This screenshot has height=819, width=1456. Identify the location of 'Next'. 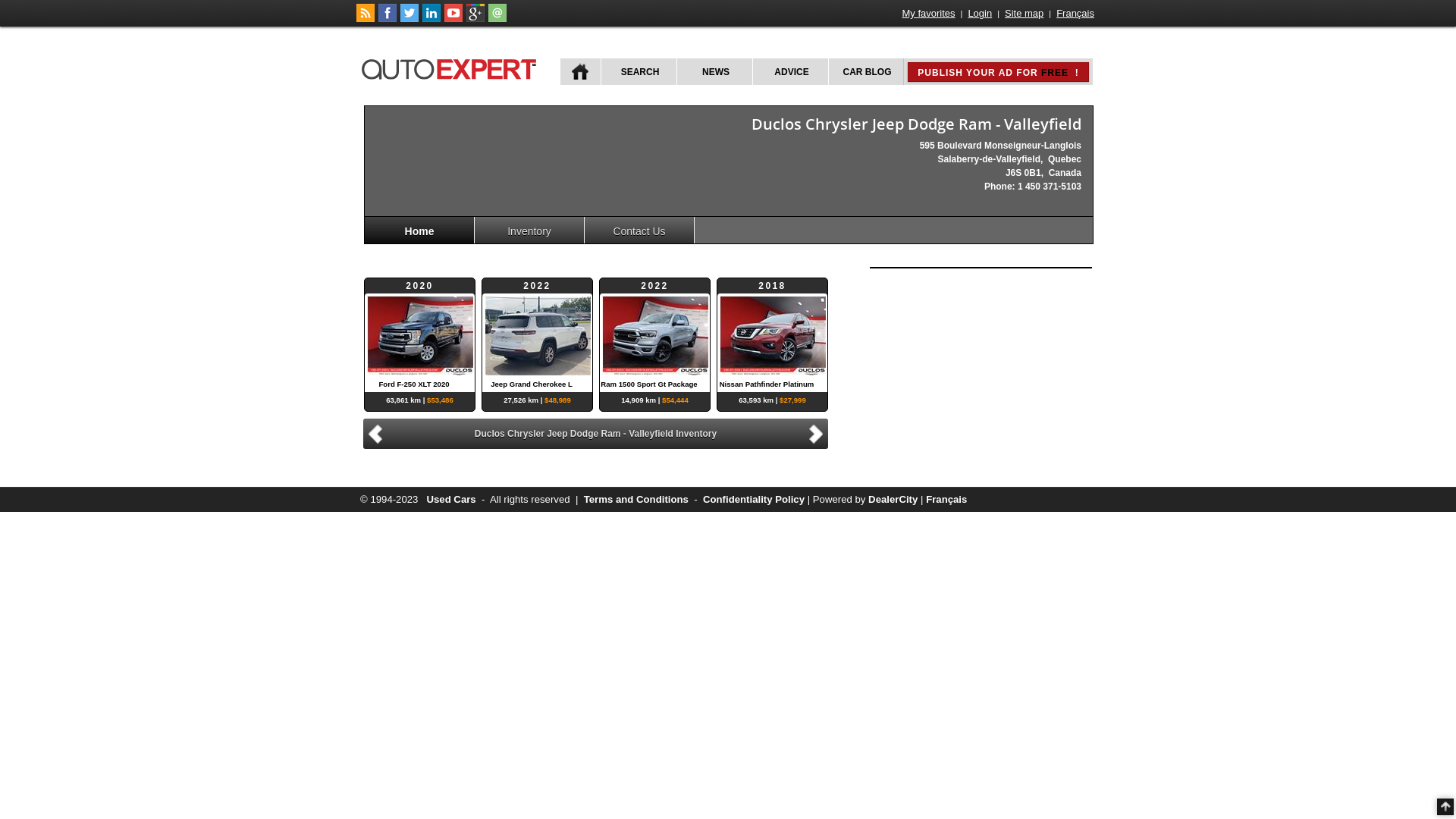
(808, 432).